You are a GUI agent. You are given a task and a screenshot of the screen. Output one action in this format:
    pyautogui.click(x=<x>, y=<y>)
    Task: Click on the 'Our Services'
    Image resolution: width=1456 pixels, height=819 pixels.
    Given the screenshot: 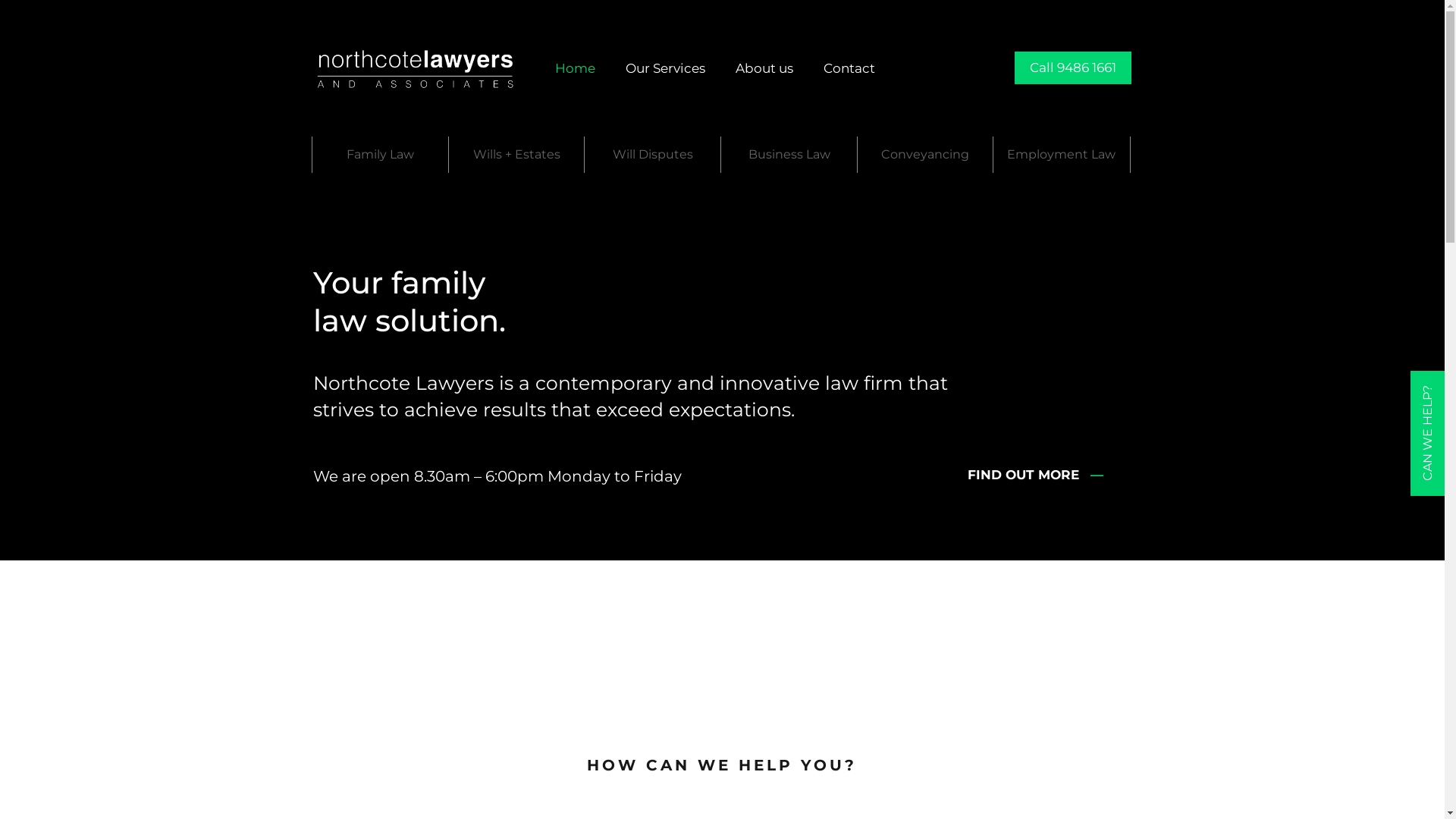 What is the action you would take?
    pyautogui.click(x=665, y=67)
    